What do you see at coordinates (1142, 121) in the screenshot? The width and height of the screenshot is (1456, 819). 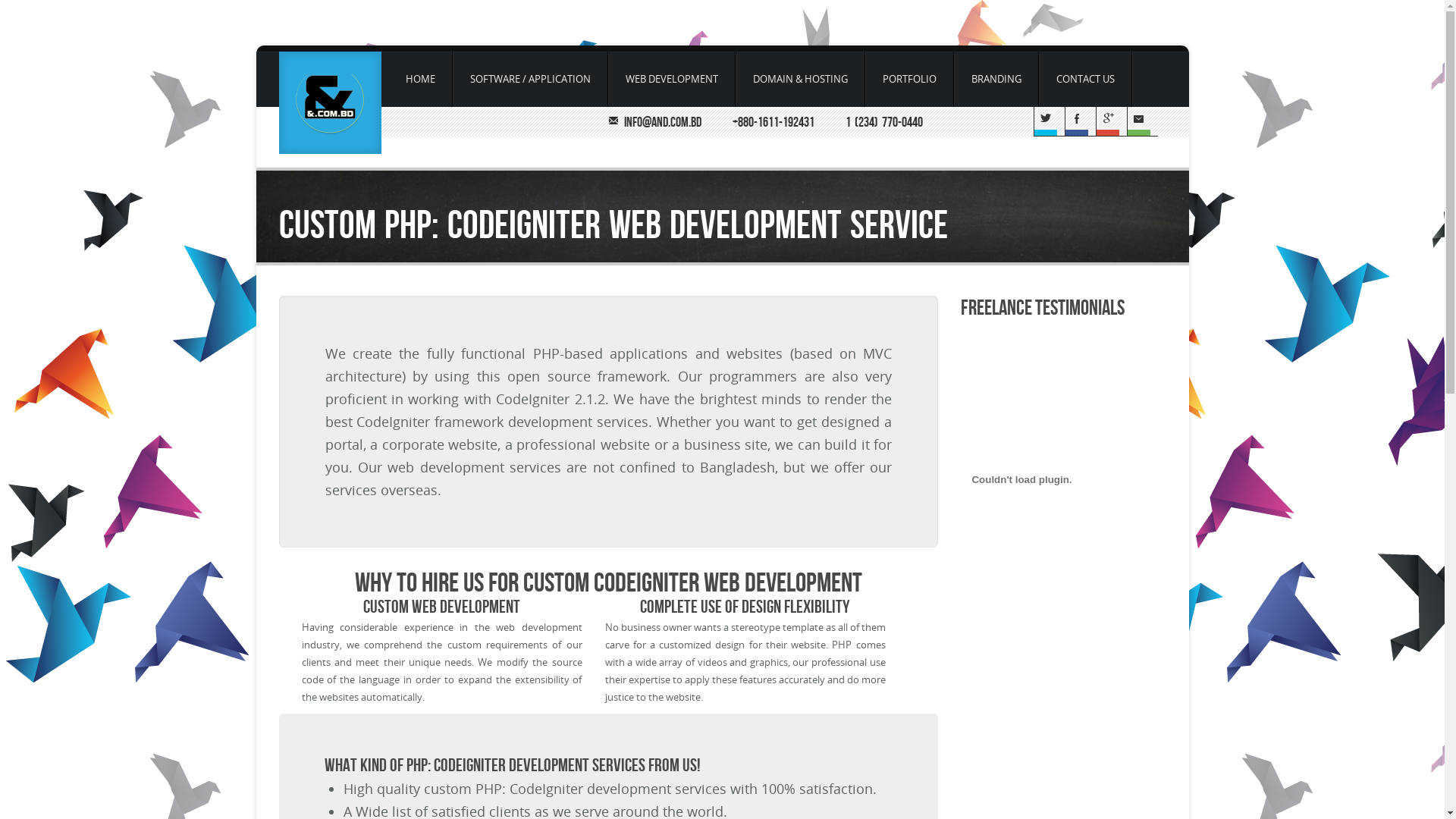 I see `'Email'` at bounding box center [1142, 121].